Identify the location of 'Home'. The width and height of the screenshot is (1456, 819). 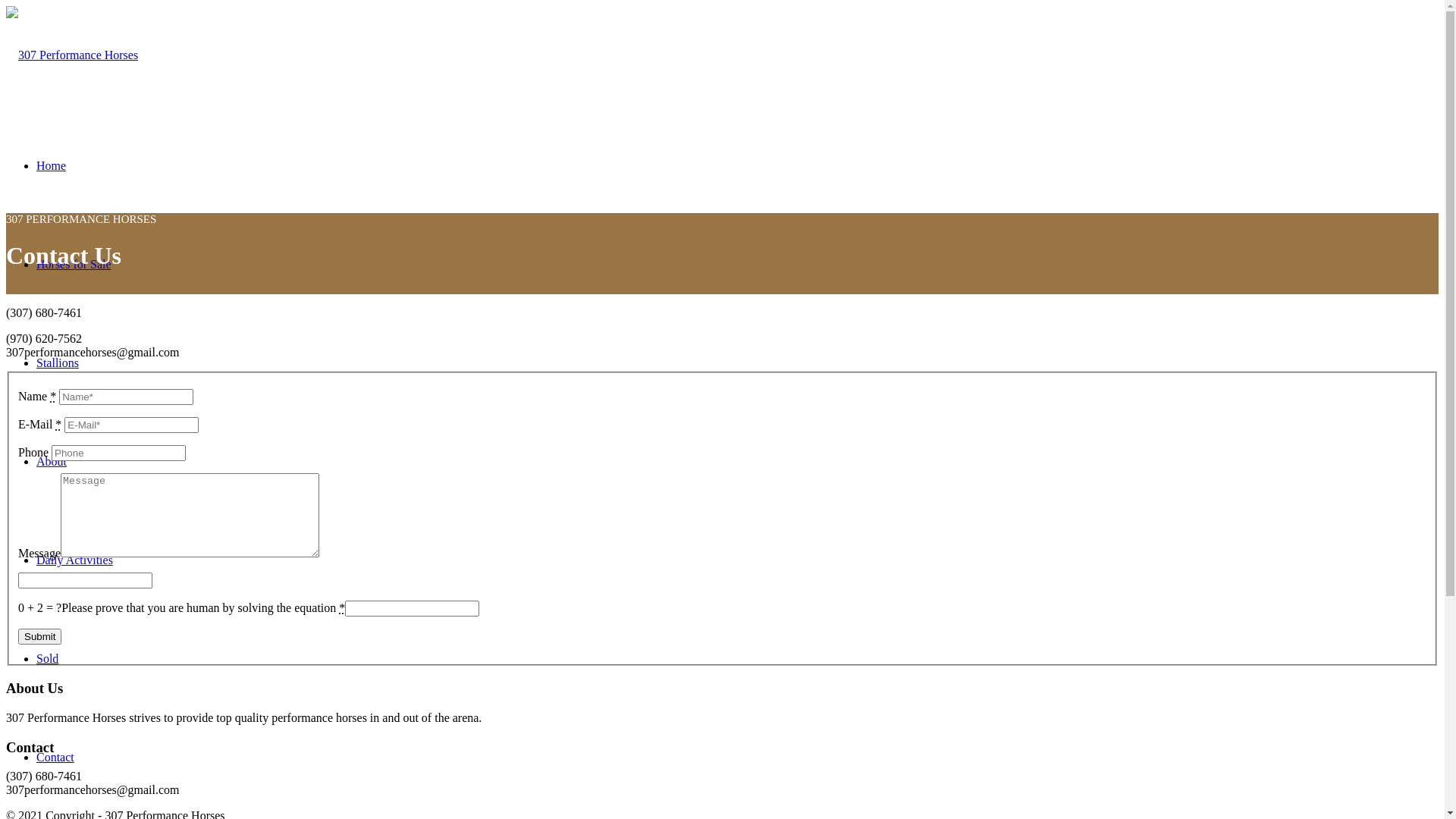
(51, 165).